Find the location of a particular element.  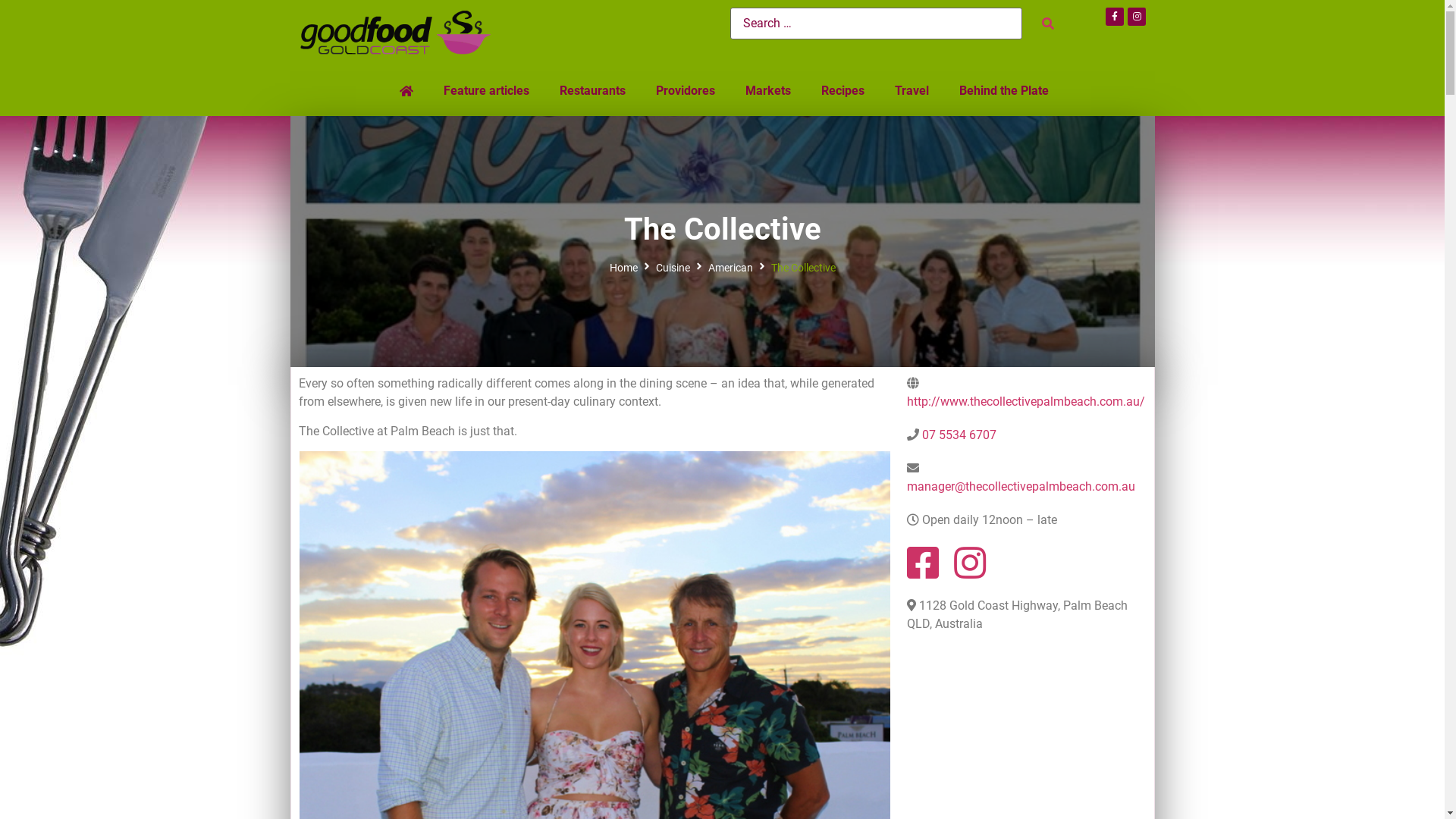

'Travel' is located at coordinates (911, 90).